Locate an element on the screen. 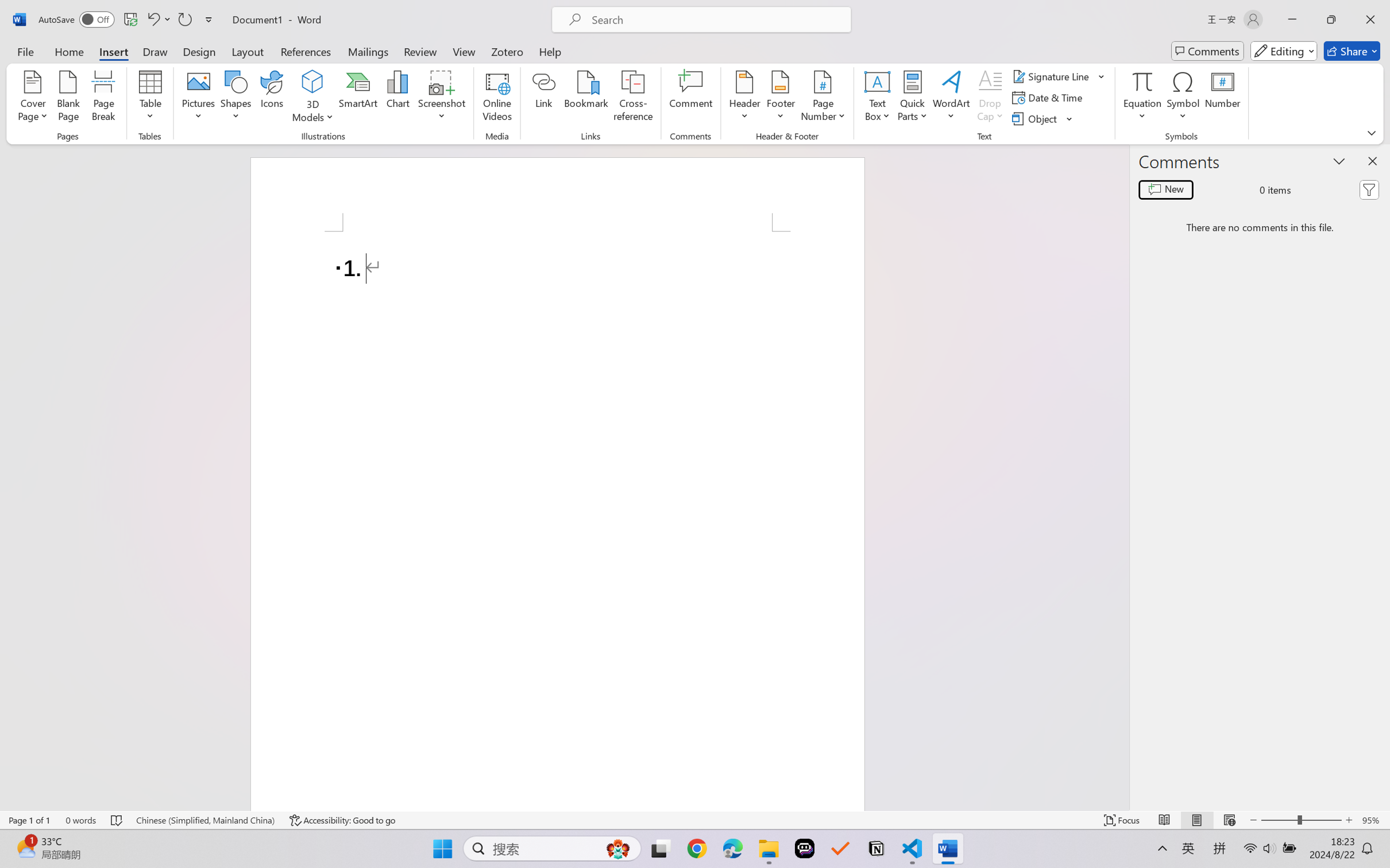  'Shapes' is located at coordinates (234, 98).